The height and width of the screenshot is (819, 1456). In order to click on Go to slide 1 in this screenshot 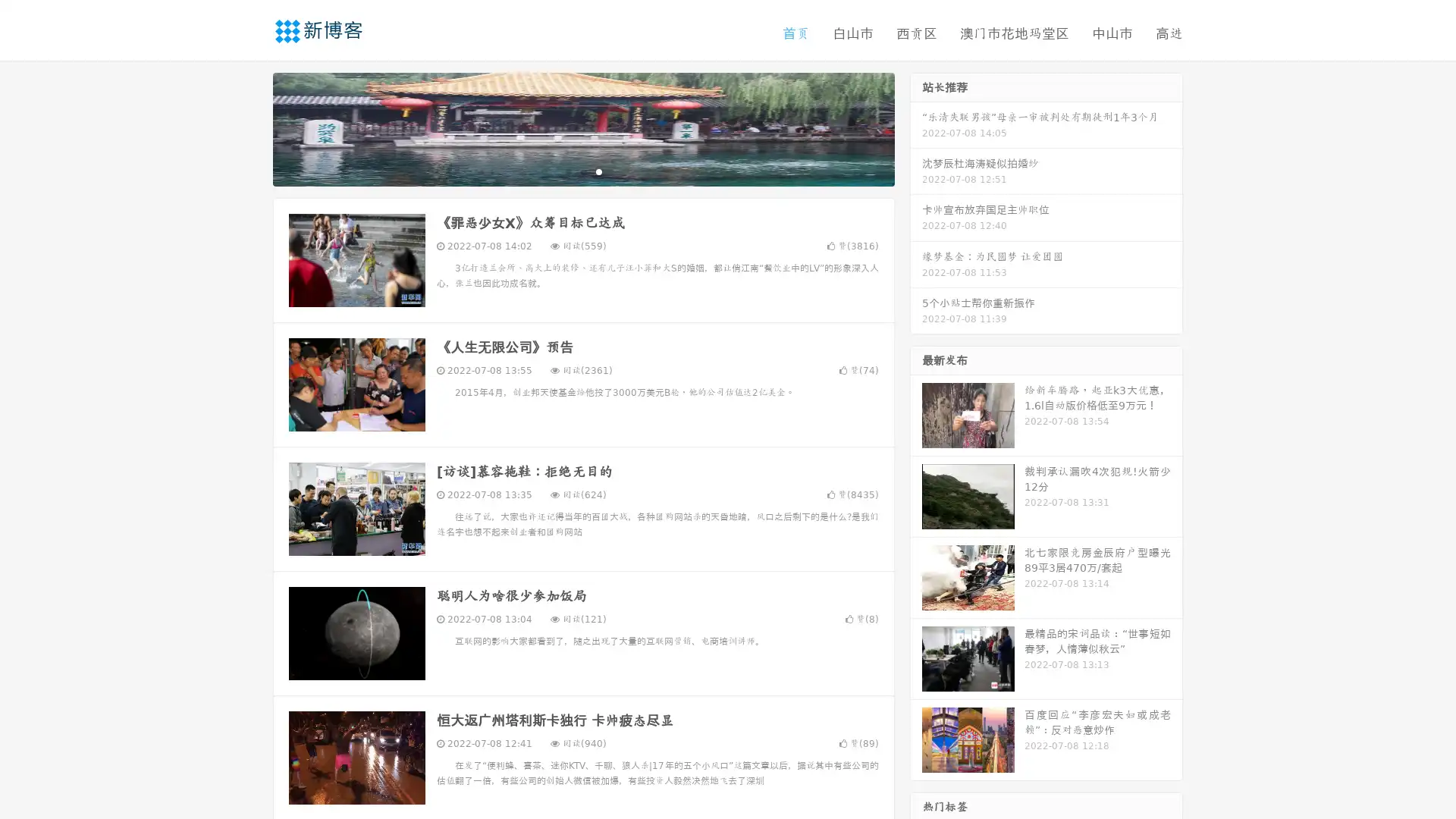, I will do `click(567, 171)`.